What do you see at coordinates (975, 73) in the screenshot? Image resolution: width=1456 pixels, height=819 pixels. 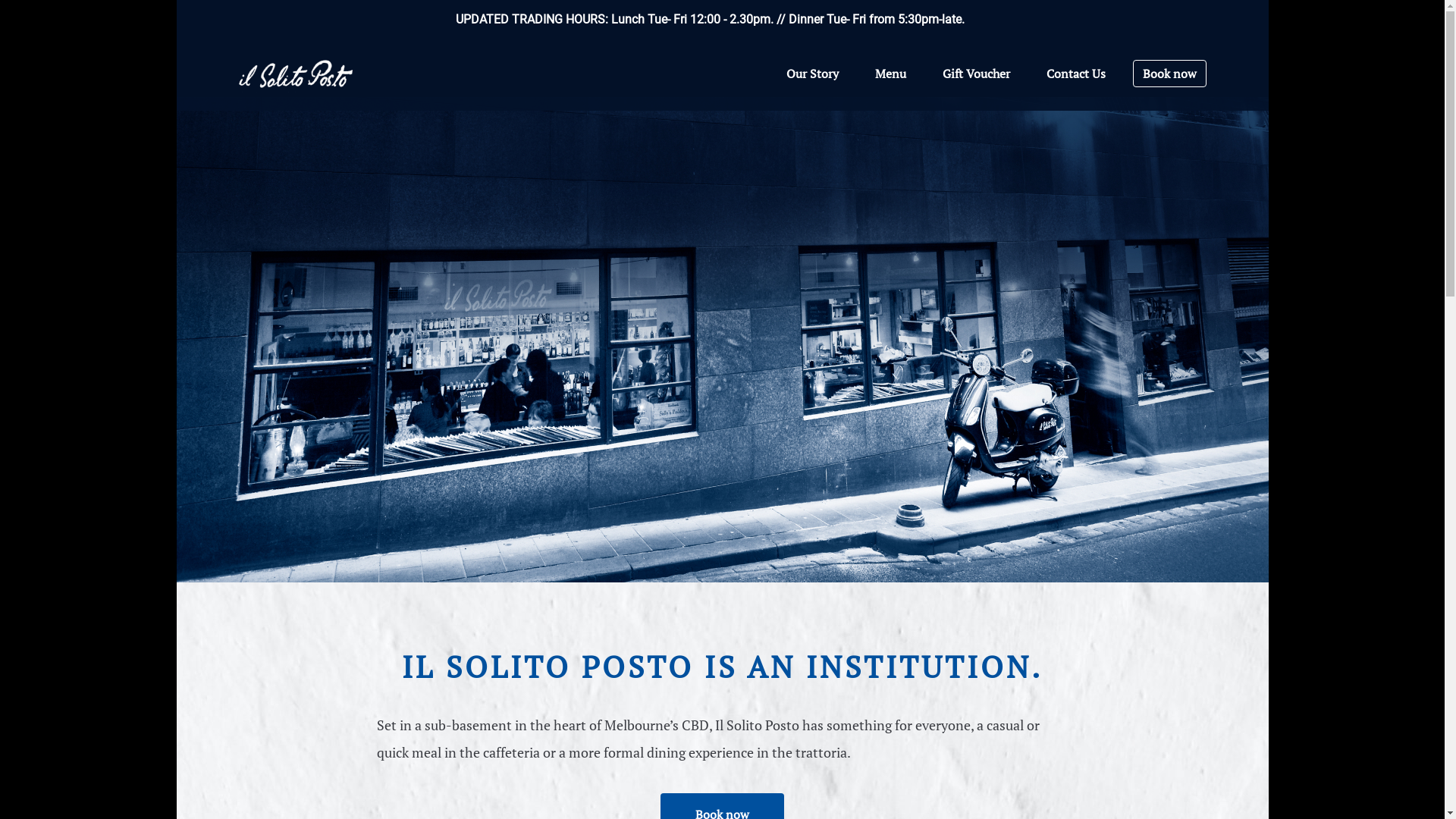 I see `'Gift Voucher'` at bounding box center [975, 73].